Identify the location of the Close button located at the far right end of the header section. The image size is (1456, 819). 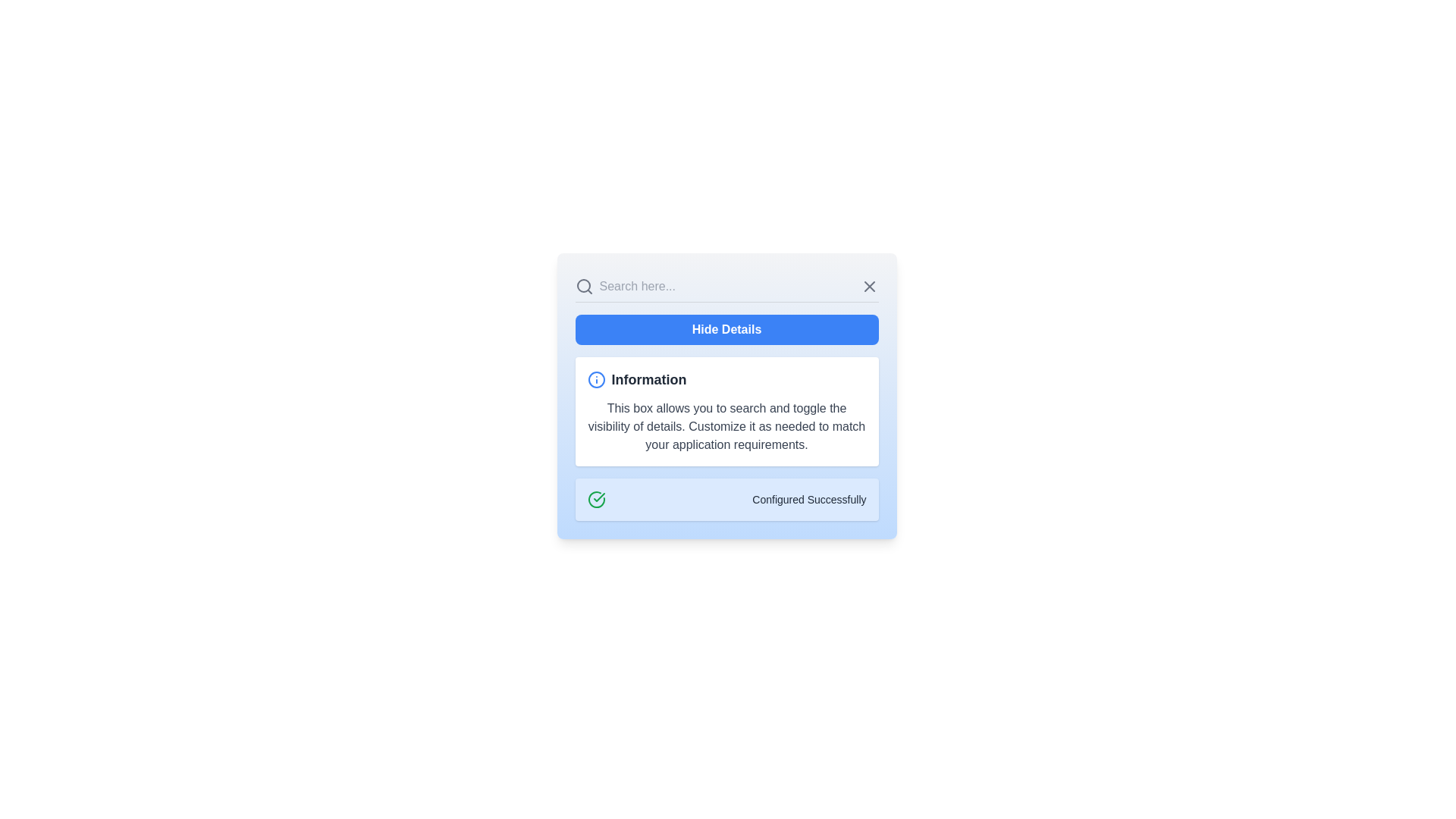
(869, 287).